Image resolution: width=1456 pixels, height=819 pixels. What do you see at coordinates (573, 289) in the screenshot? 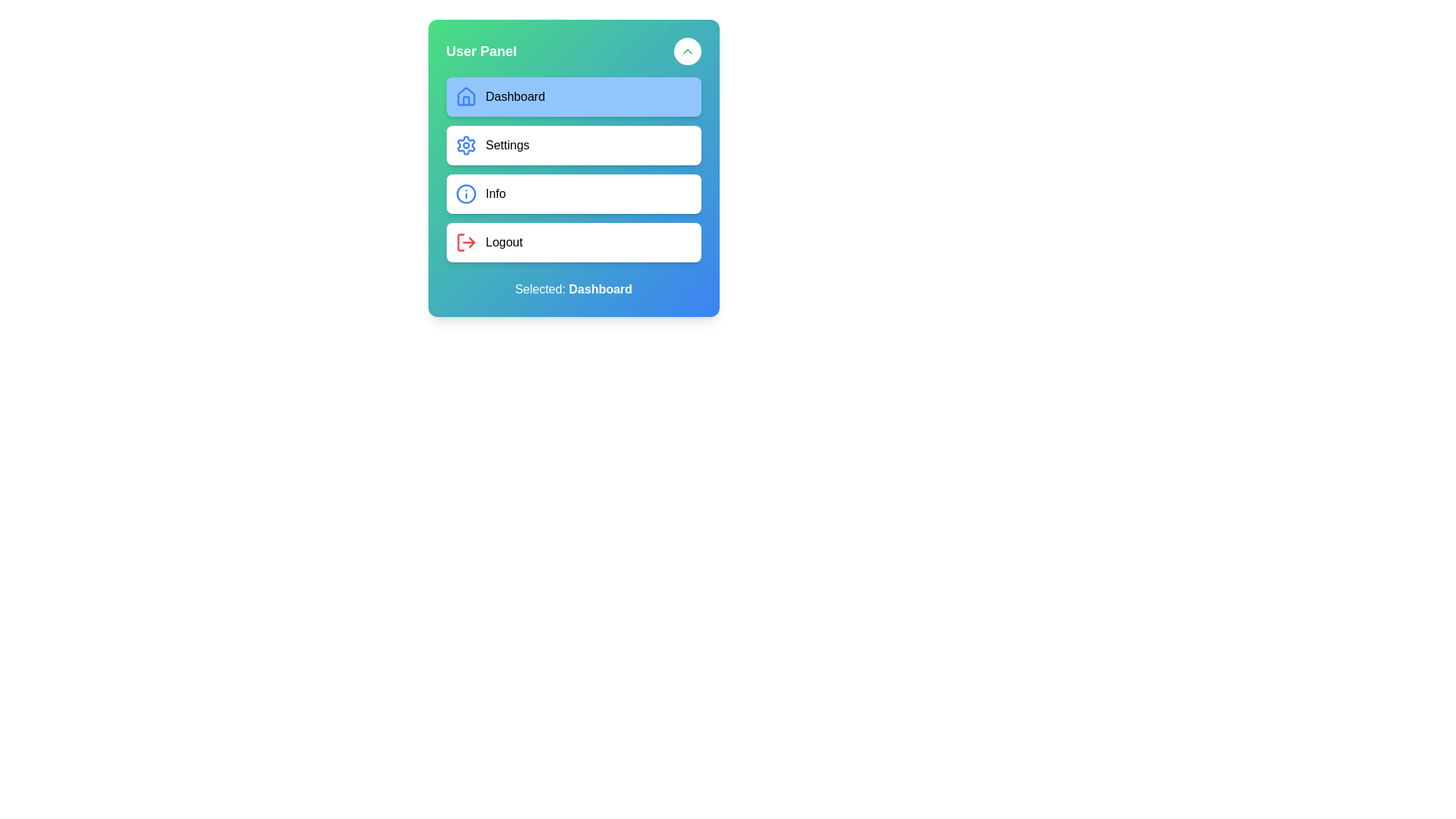
I see `static informational label element that displays the text 'Selected: Dashboard,' located at the bottom of the menu card` at bounding box center [573, 289].